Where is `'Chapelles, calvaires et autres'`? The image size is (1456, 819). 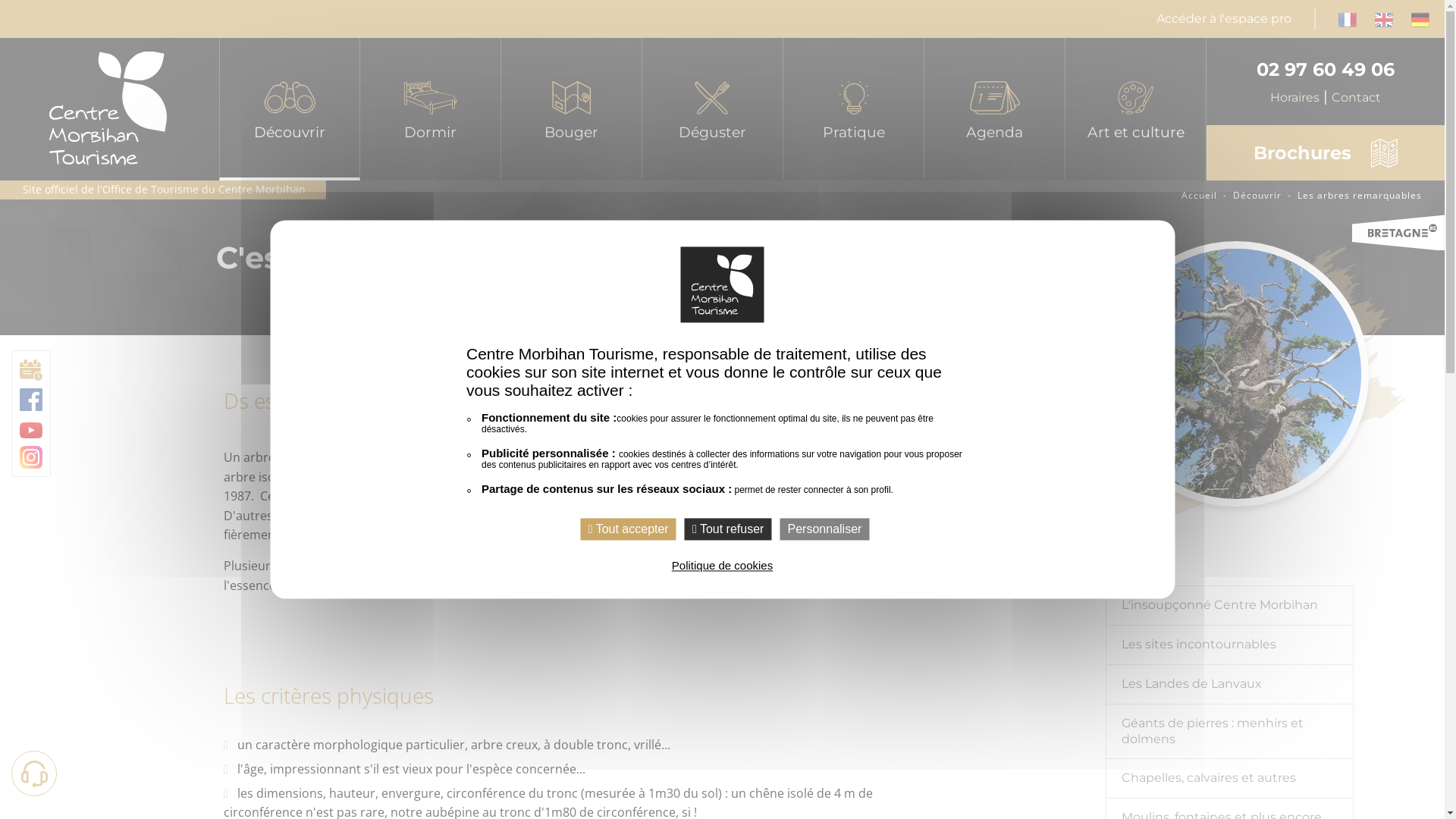
'Chapelles, calvaires et autres' is located at coordinates (1230, 778).